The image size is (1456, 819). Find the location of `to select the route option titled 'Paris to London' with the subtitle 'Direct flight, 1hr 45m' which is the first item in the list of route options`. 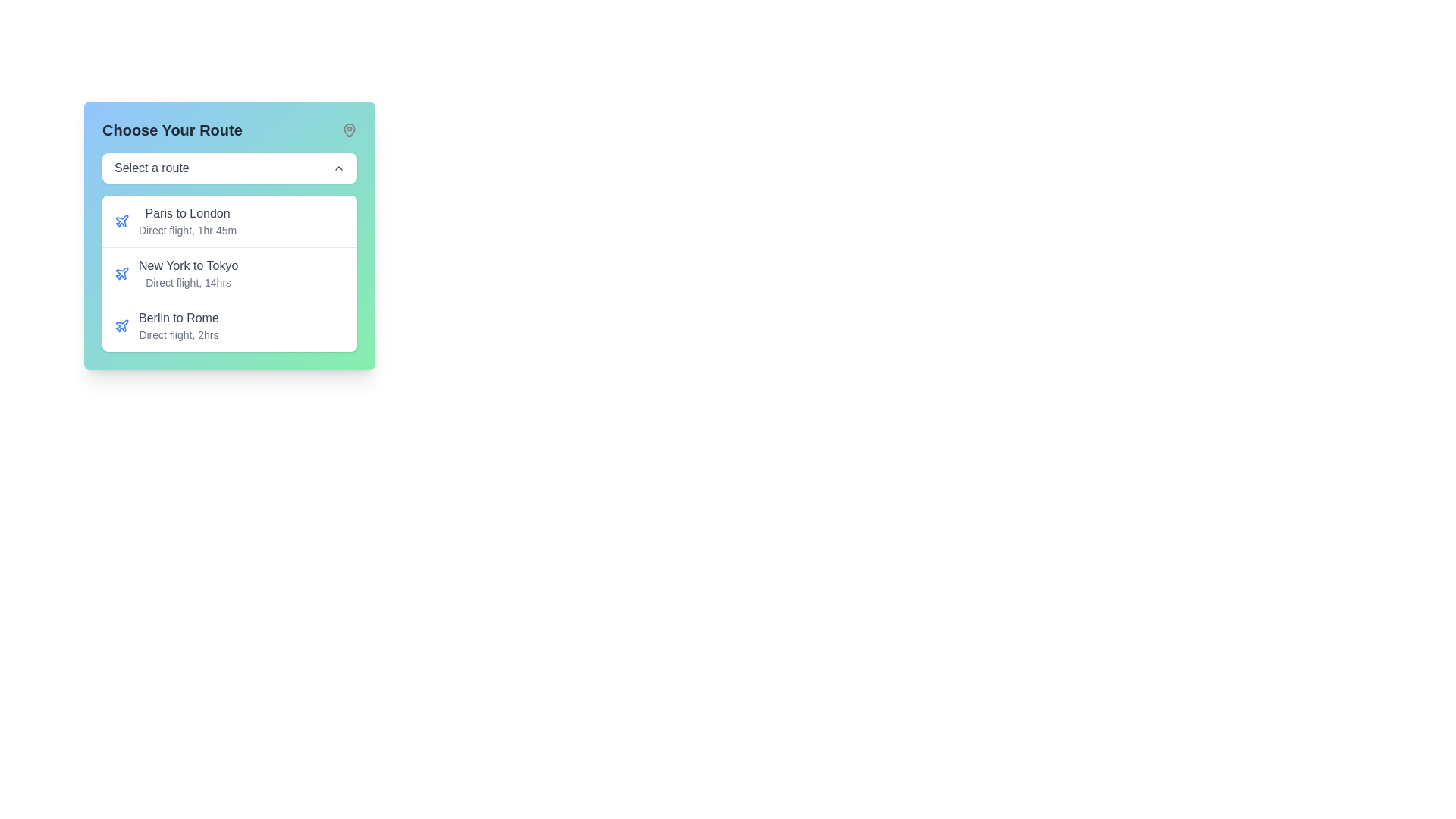

to select the route option titled 'Paris to London' with the subtitle 'Direct flight, 1hr 45m' which is the first item in the list of route options is located at coordinates (228, 221).